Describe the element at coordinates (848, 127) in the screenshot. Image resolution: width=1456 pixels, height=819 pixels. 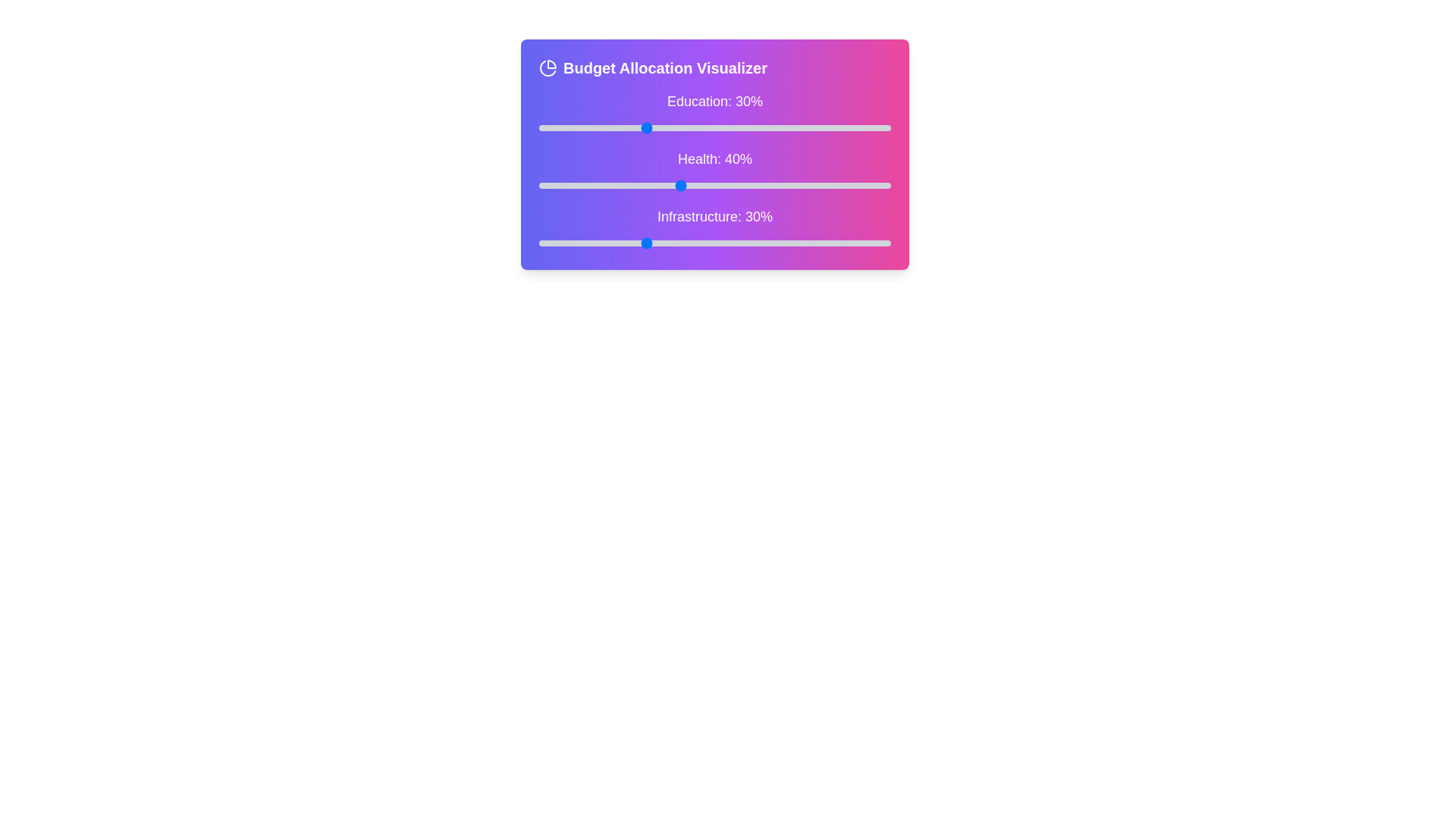
I see `the Education budget` at that location.